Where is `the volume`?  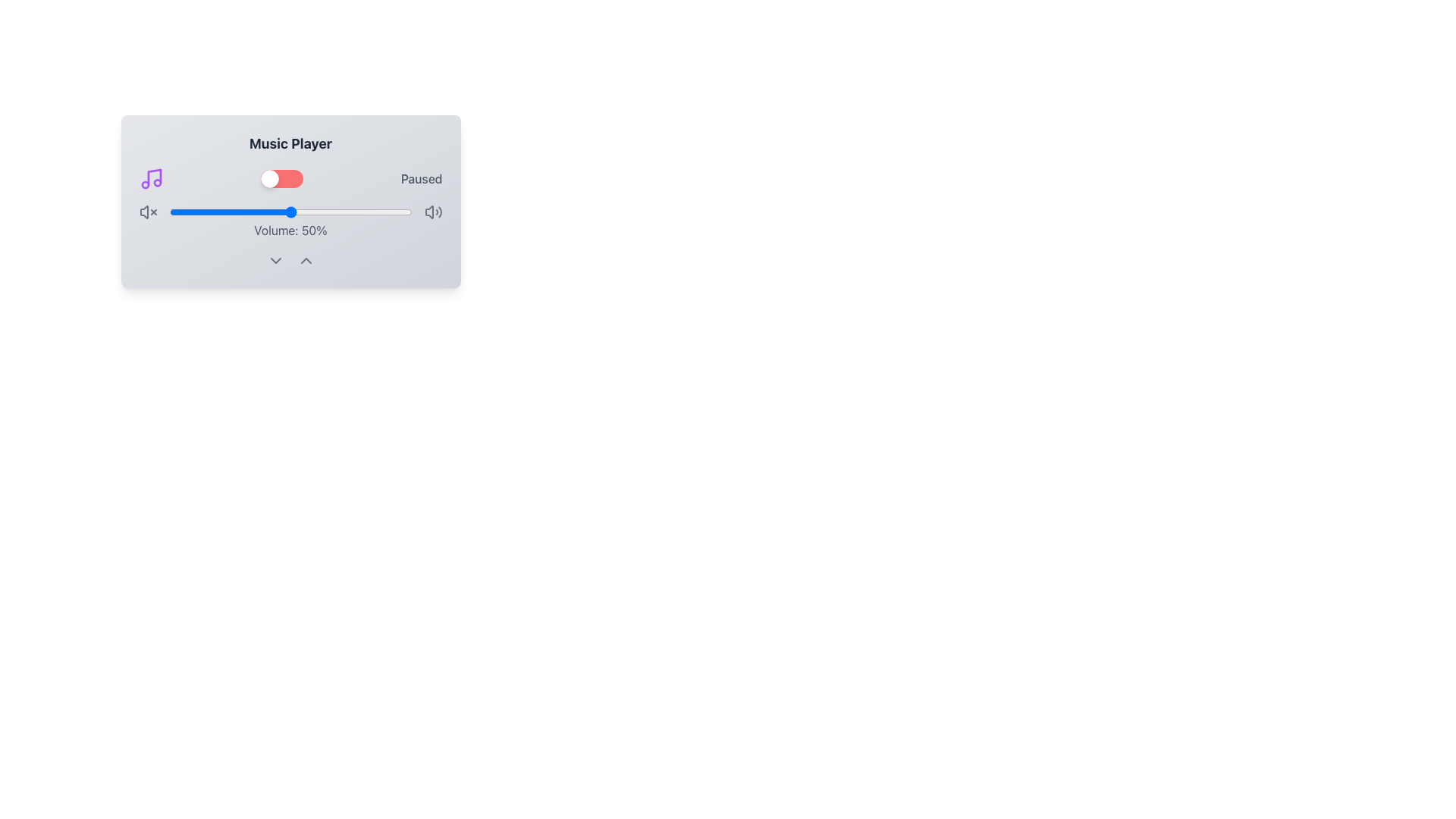
the volume is located at coordinates (336, 212).